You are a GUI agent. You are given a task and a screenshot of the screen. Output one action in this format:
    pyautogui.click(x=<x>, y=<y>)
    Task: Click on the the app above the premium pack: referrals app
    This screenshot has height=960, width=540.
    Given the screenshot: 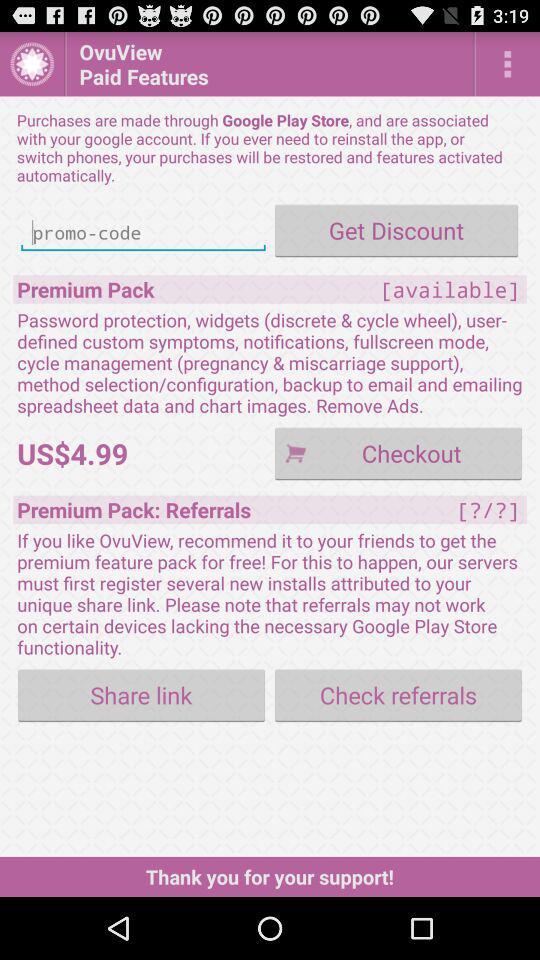 What is the action you would take?
    pyautogui.click(x=398, y=453)
    